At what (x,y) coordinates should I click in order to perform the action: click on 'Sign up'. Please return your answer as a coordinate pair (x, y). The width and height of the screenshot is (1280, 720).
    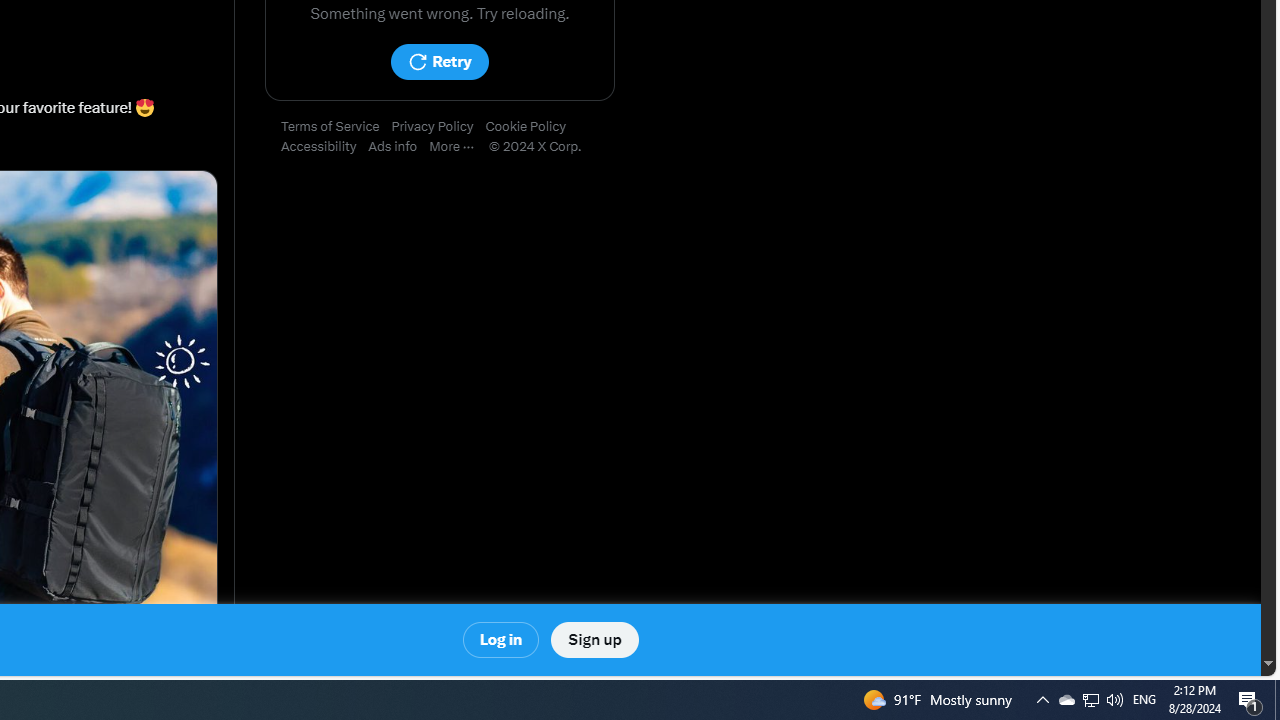
    Looking at the image, I should click on (593, 640).